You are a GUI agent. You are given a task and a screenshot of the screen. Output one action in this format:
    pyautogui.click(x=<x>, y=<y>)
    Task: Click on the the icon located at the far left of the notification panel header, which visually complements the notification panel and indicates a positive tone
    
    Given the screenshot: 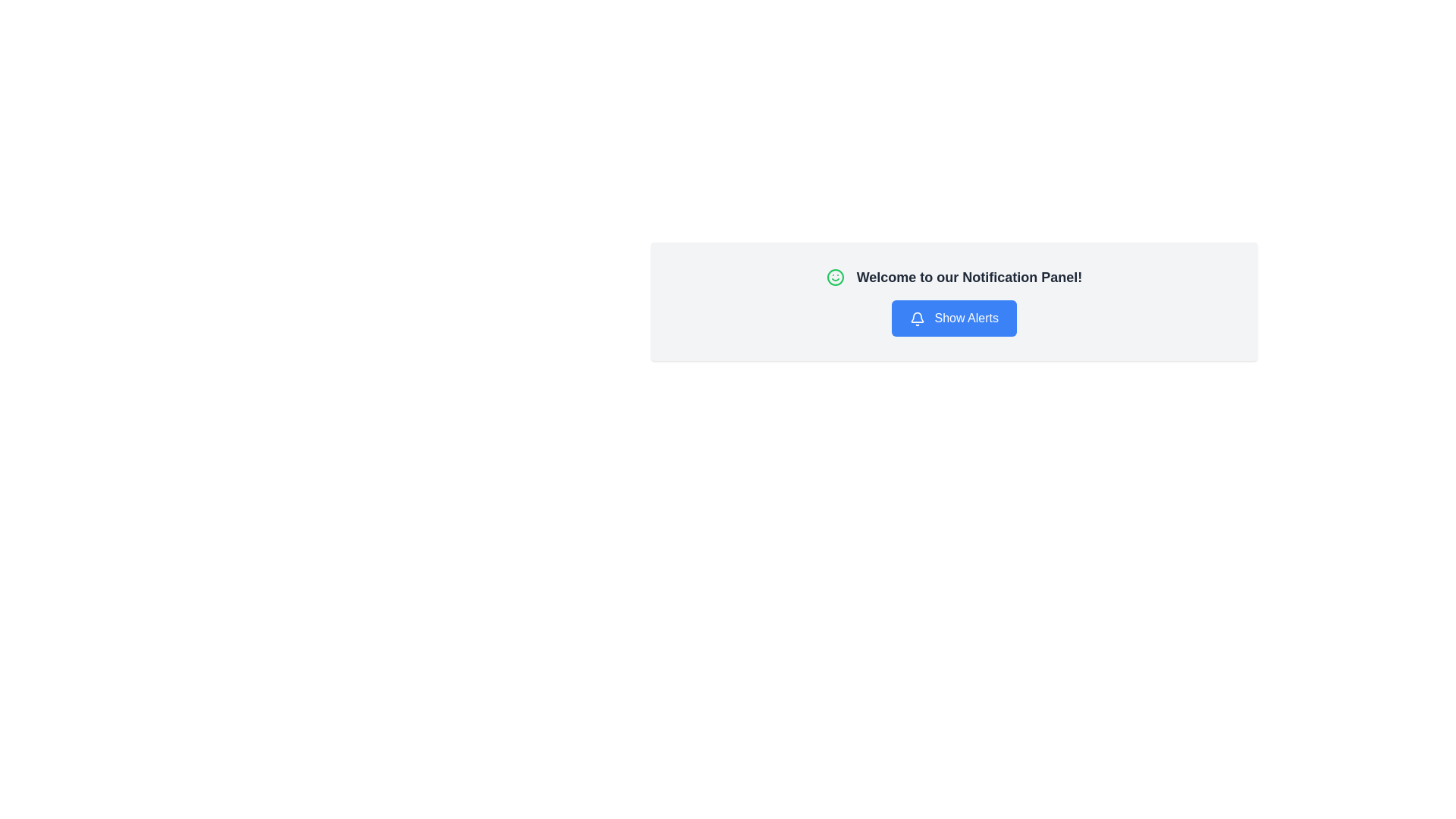 What is the action you would take?
    pyautogui.click(x=834, y=278)
    